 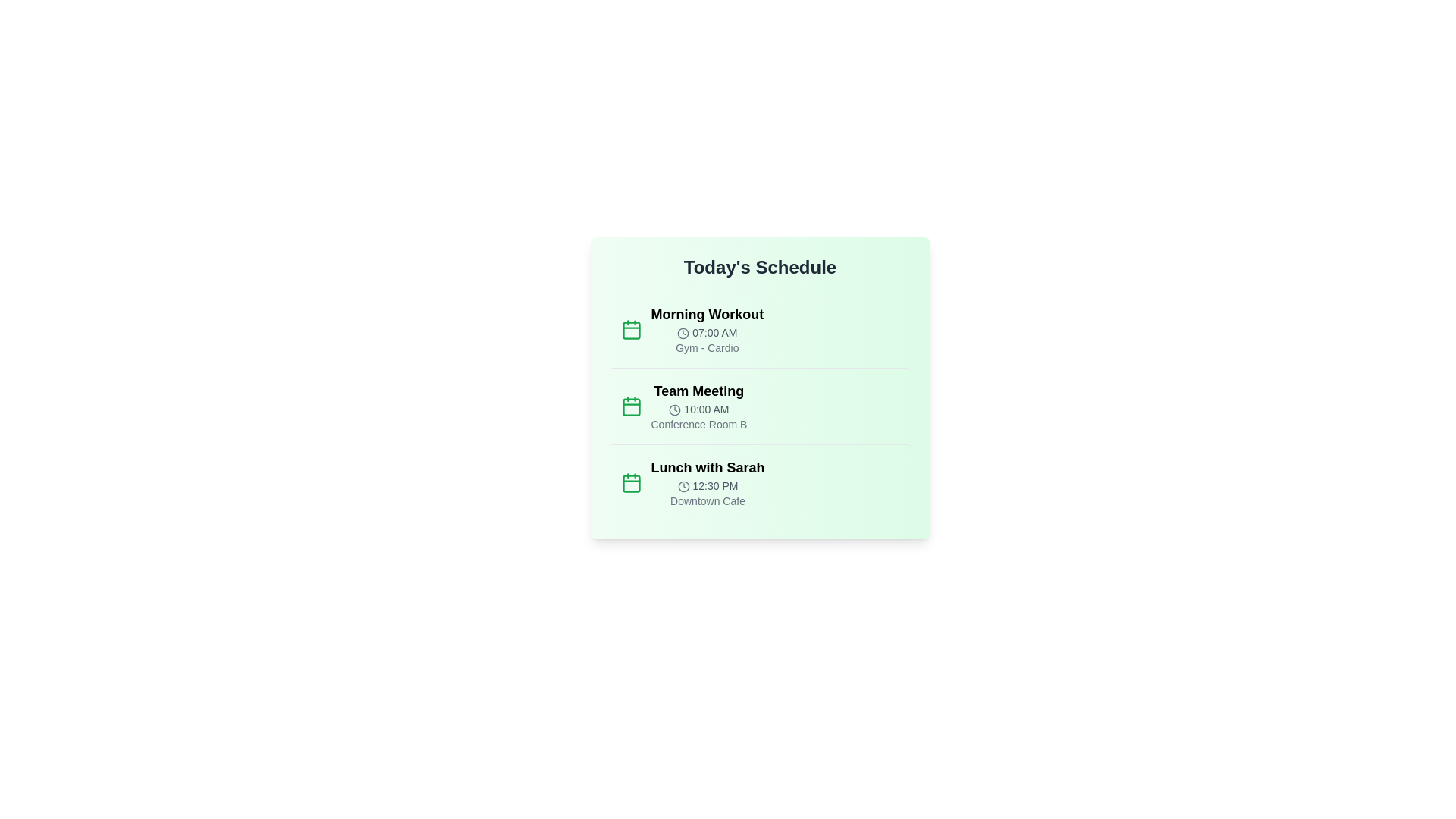 What do you see at coordinates (682, 487) in the screenshot?
I see `the clock icon for the Lunch with Sarah event` at bounding box center [682, 487].